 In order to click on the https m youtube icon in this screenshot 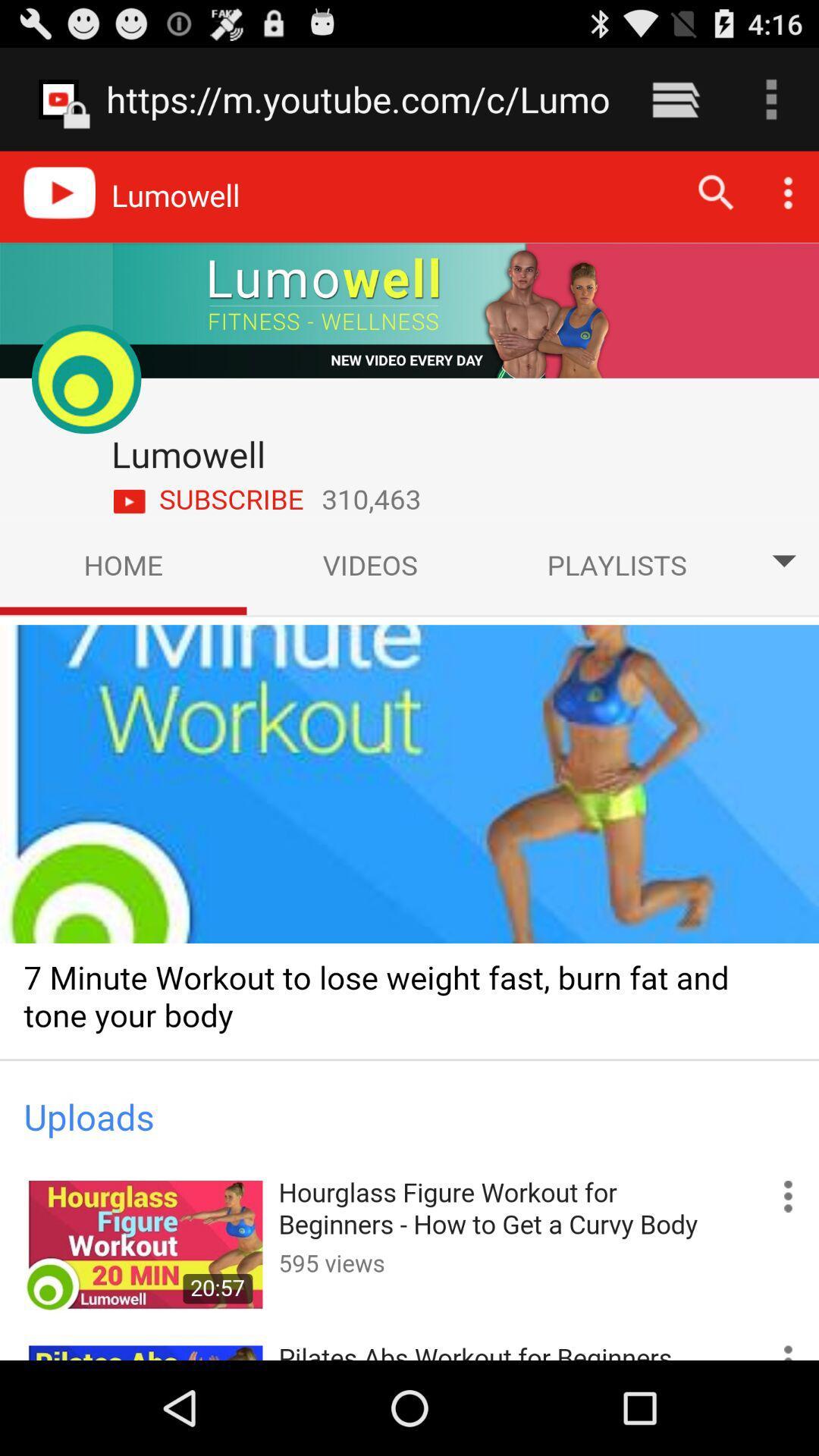, I will do `click(358, 99)`.